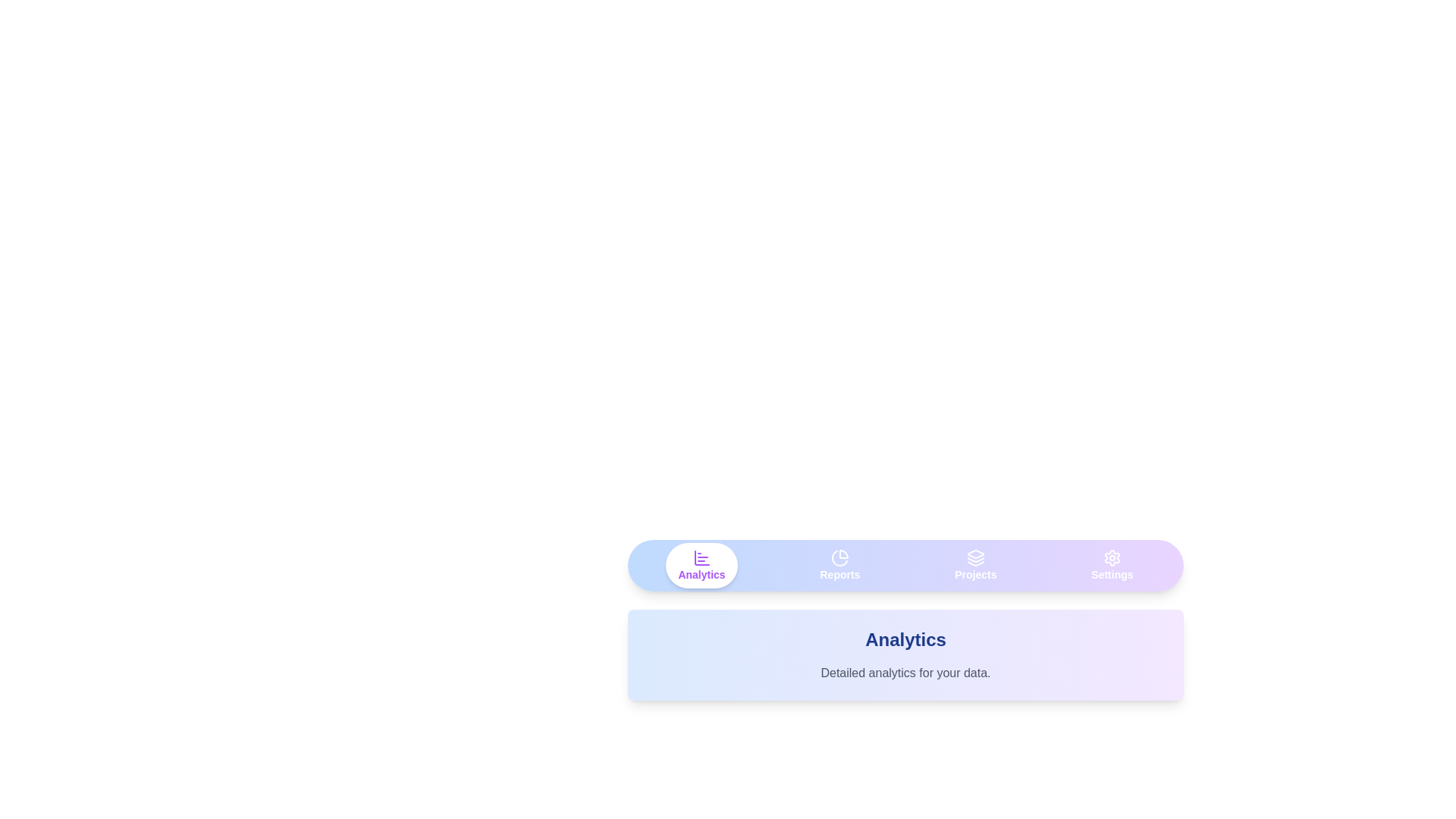 Image resolution: width=1456 pixels, height=819 pixels. I want to click on the tab labeled Reports to view its content, so click(839, 565).